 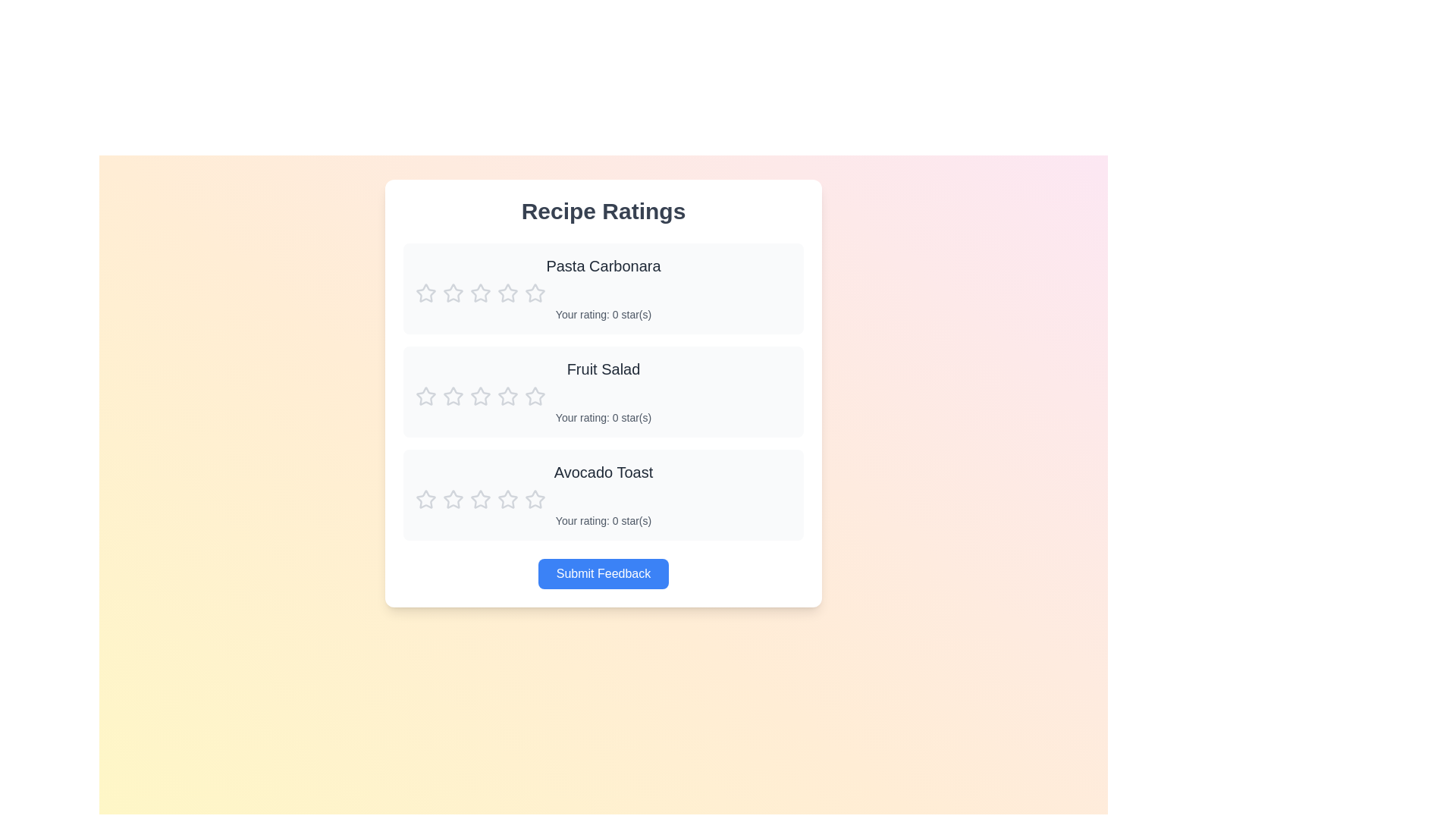 I want to click on the first star icon in the five-star rating row under the 'Avocado Toast' section for keyboard interaction, so click(x=508, y=499).